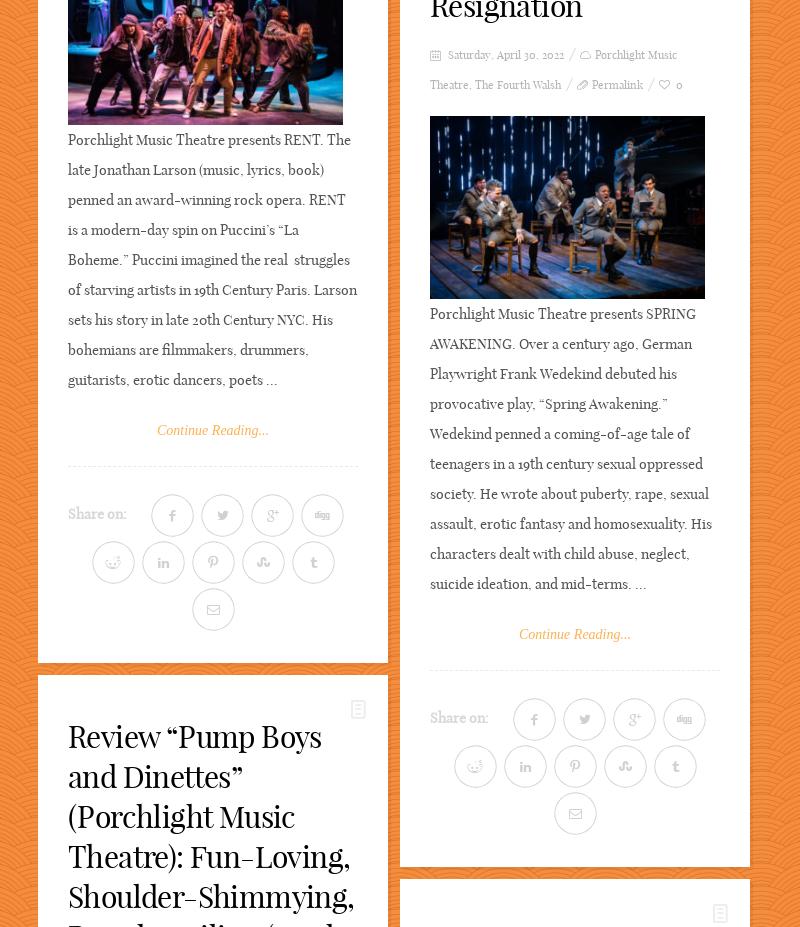 The image size is (800, 927). Describe the element at coordinates (430, 448) in the screenshot. I see `'Porchlight Music Theatre presents SPRING AWAKENING.
Over a century ago, German Playwright Frank Wedekind debuted his provocative play, “Spring Awakening.” Wedekind penned a coming-of-age tale of teenagers in a 19th century sexual oppressed society. He wrote about puberty, rape, sexual assault, erotic fantasy and homosexuality. His characters dealt with child abuse, neglect, suicide ideation, and mid-terms. ...'` at that location.